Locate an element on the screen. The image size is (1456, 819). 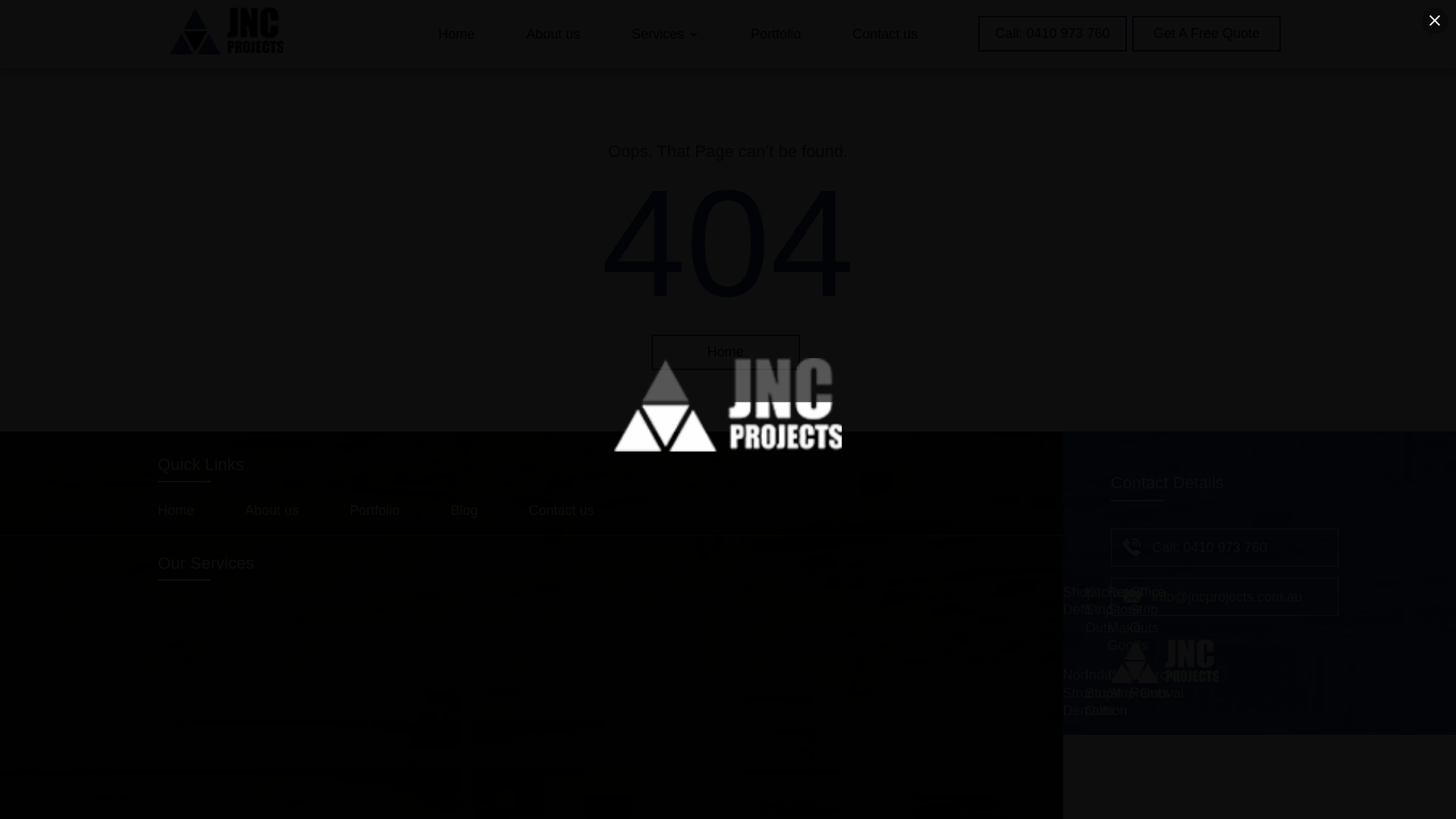
'Commercial Strip Outs' is located at coordinates (1144, 696).